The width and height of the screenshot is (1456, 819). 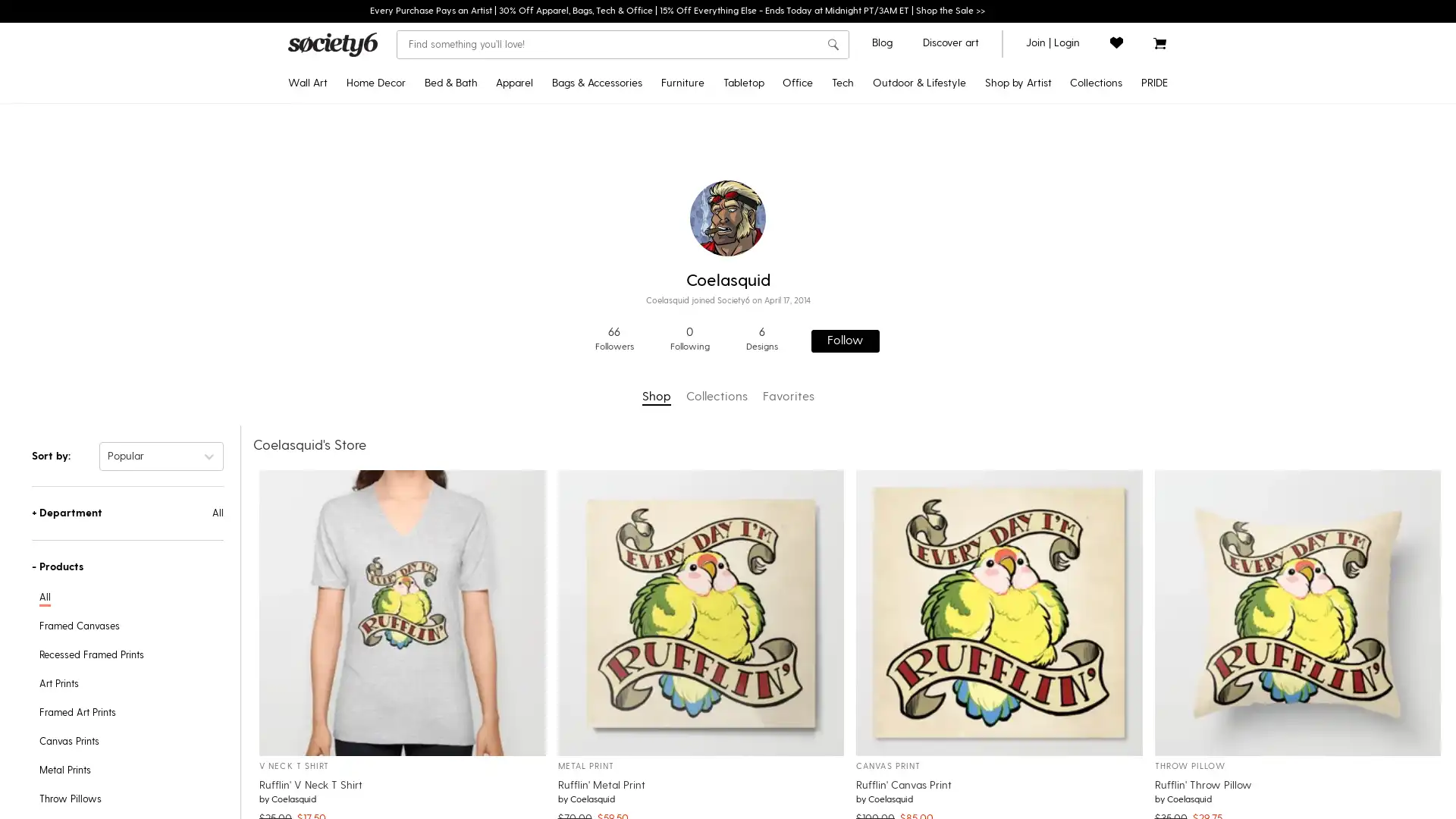 What do you see at coordinates (811, 43) in the screenshot?
I see `Clear search` at bounding box center [811, 43].